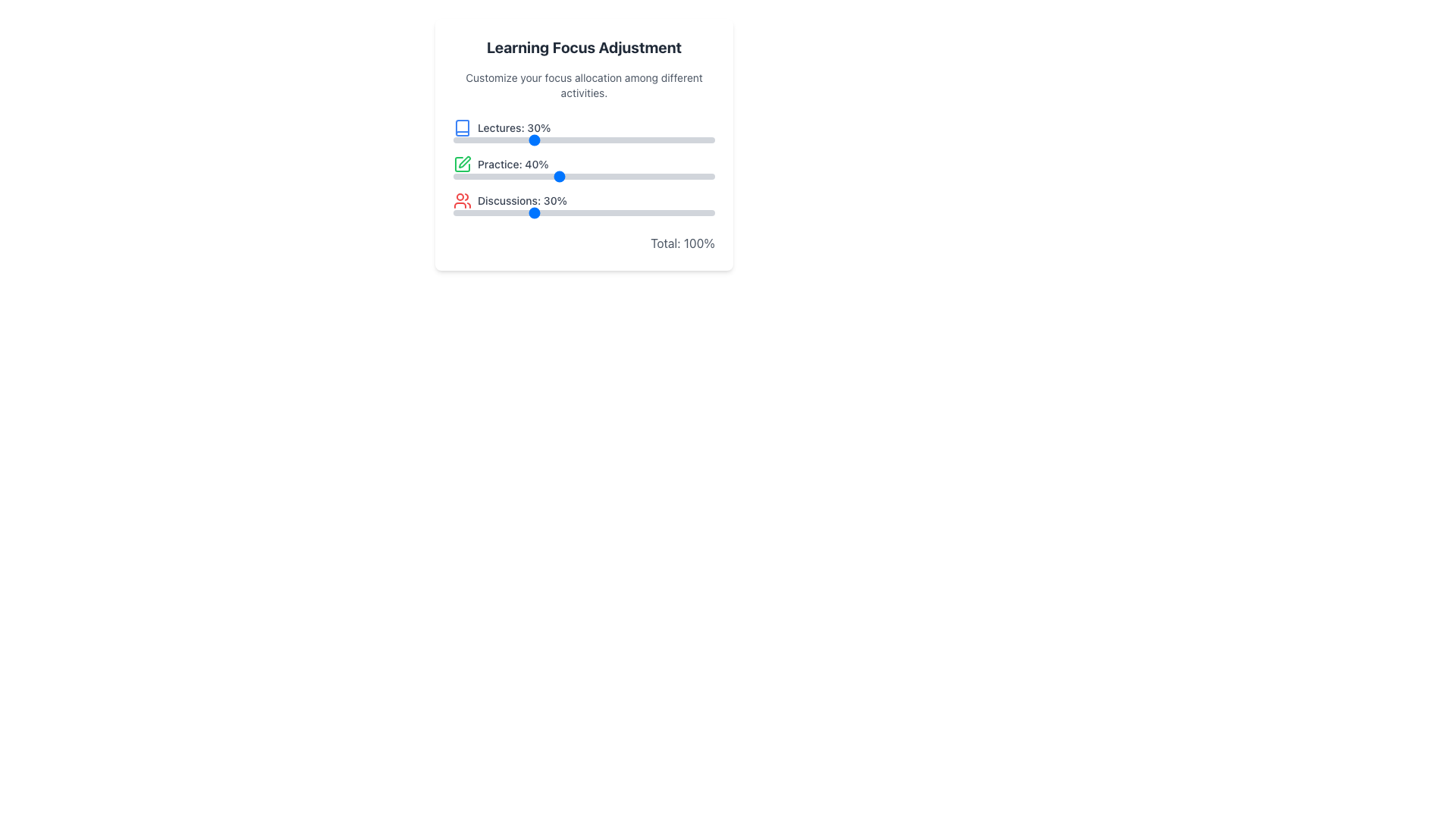 The width and height of the screenshot is (1456, 819). Describe the element at coordinates (565, 175) in the screenshot. I see `the 'Practice' slider` at that location.